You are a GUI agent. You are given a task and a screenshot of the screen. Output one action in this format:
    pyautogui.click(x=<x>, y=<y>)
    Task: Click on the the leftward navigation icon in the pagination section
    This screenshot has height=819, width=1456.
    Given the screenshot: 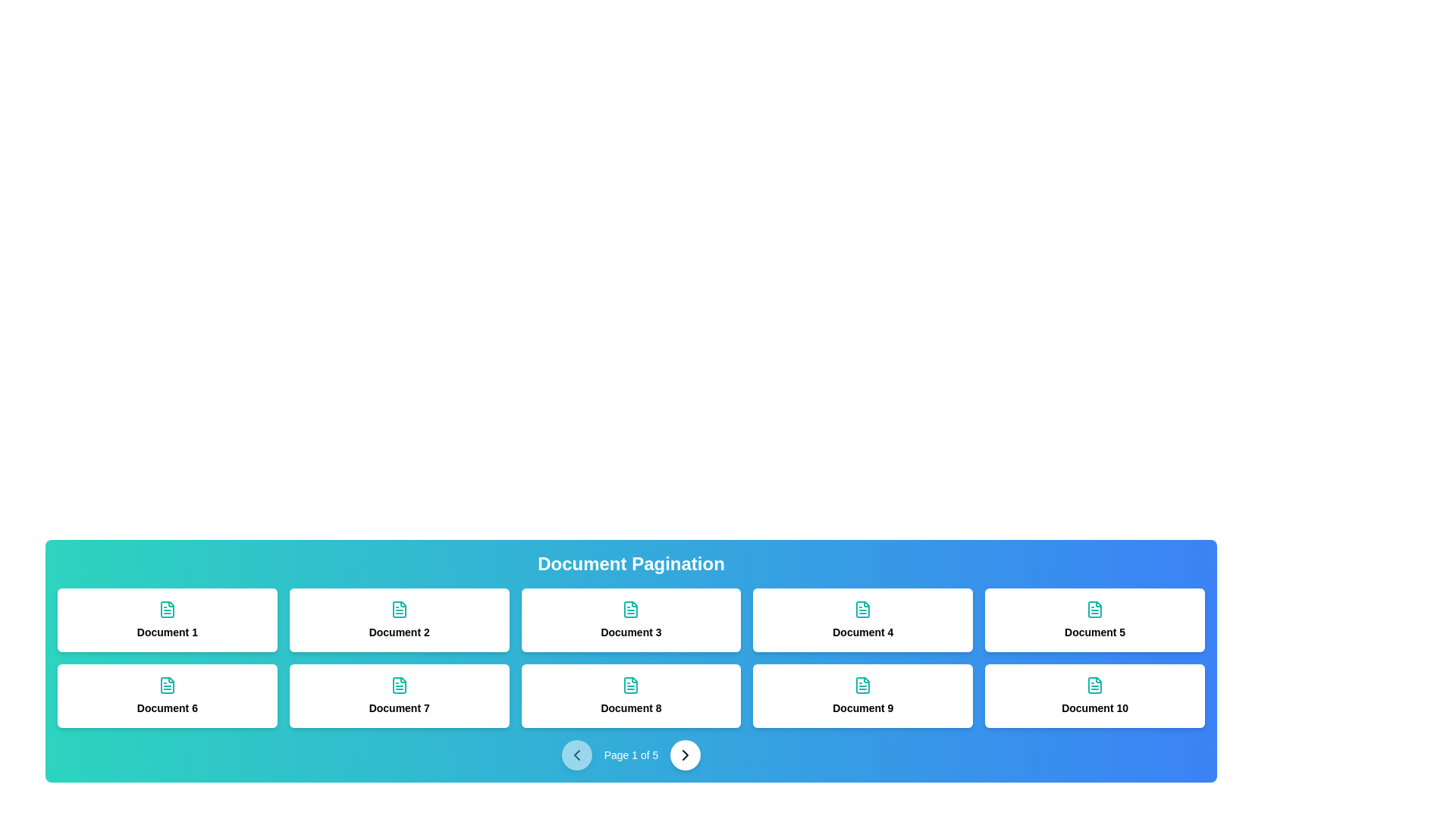 What is the action you would take?
    pyautogui.click(x=576, y=755)
    